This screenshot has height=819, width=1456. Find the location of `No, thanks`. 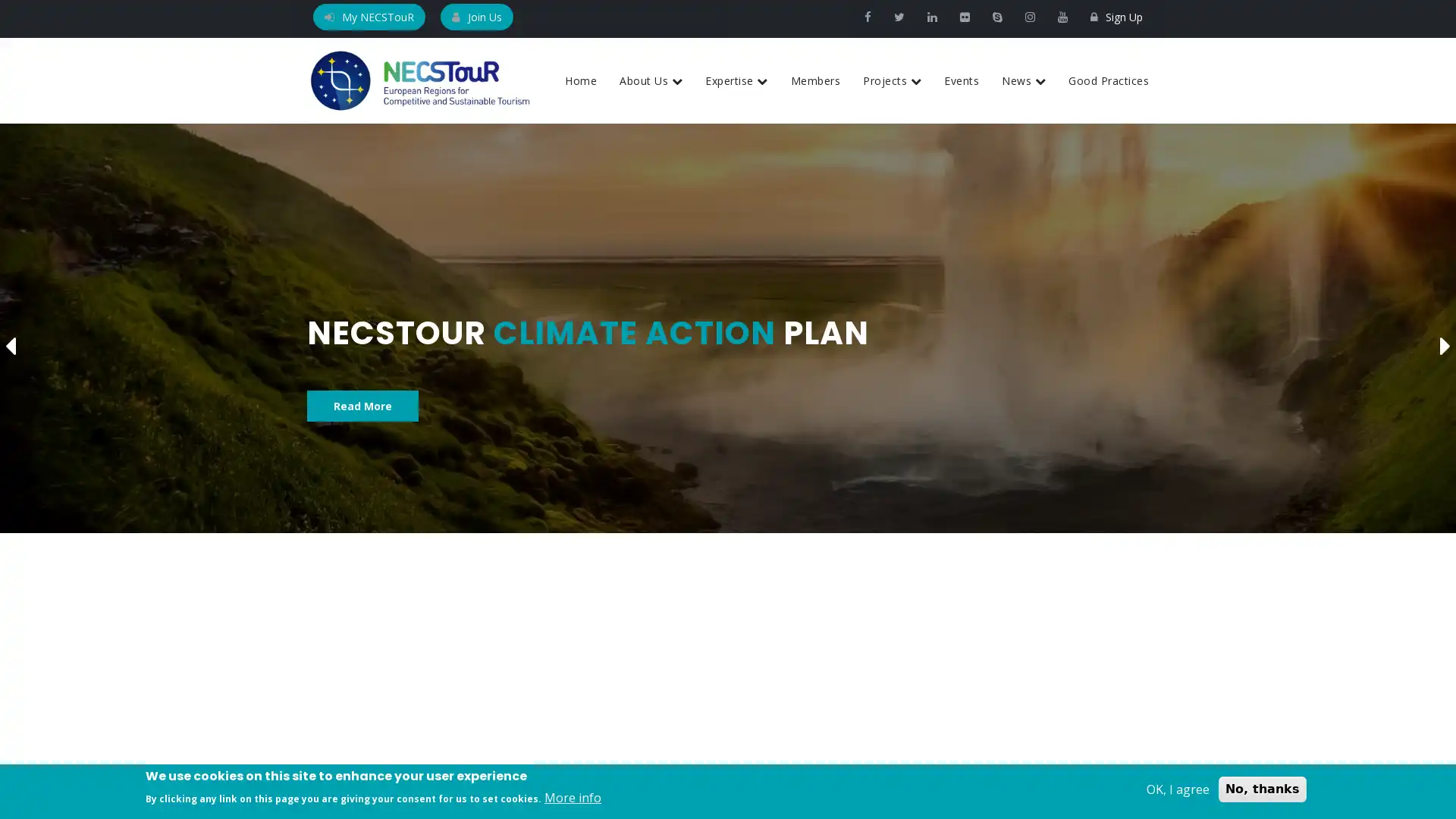

No, thanks is located at coordinates (1263, 789).